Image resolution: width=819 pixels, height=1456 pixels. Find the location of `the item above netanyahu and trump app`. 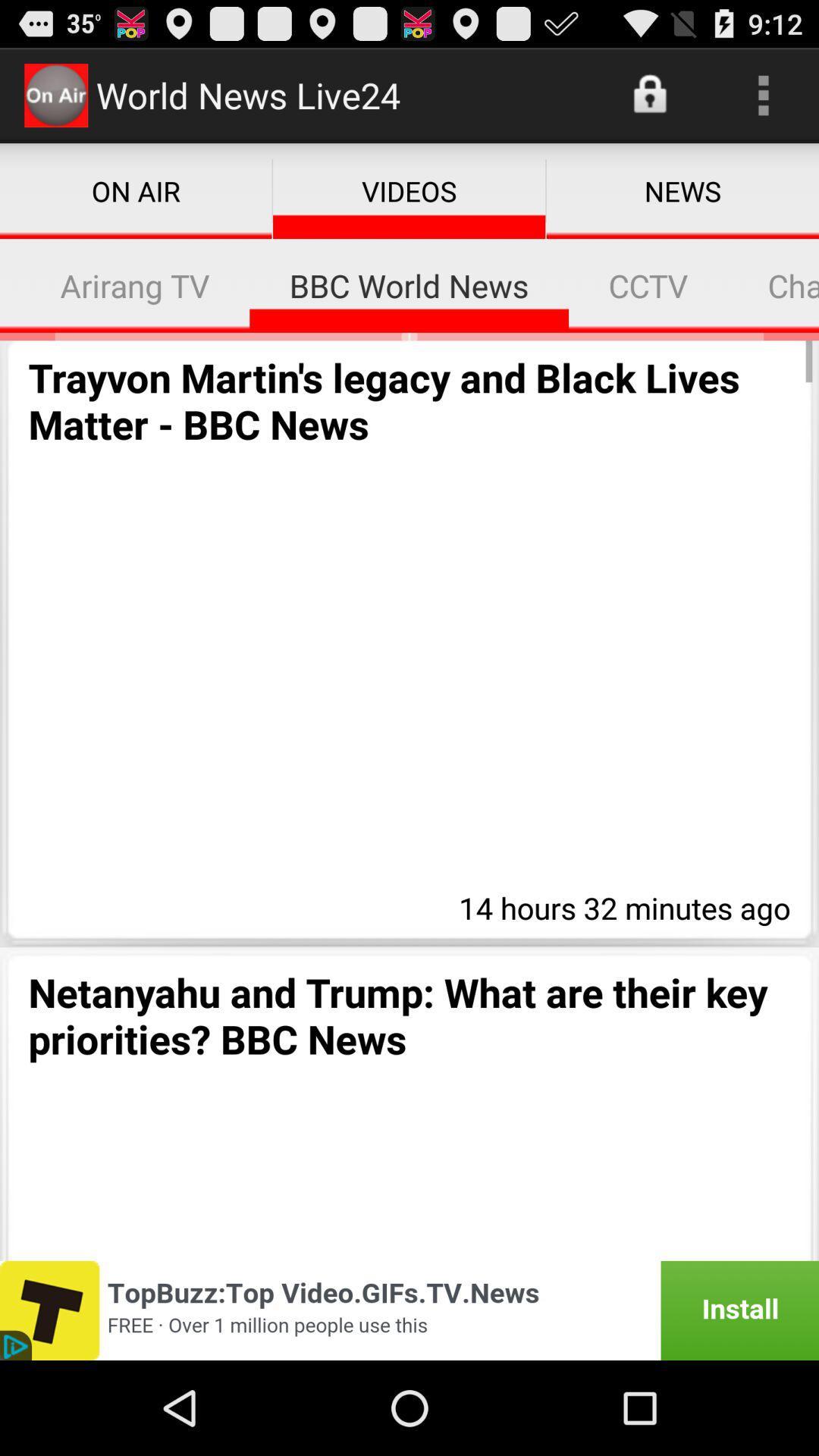

the item above netanyahu and trump app is located at coordinates (620, 905).